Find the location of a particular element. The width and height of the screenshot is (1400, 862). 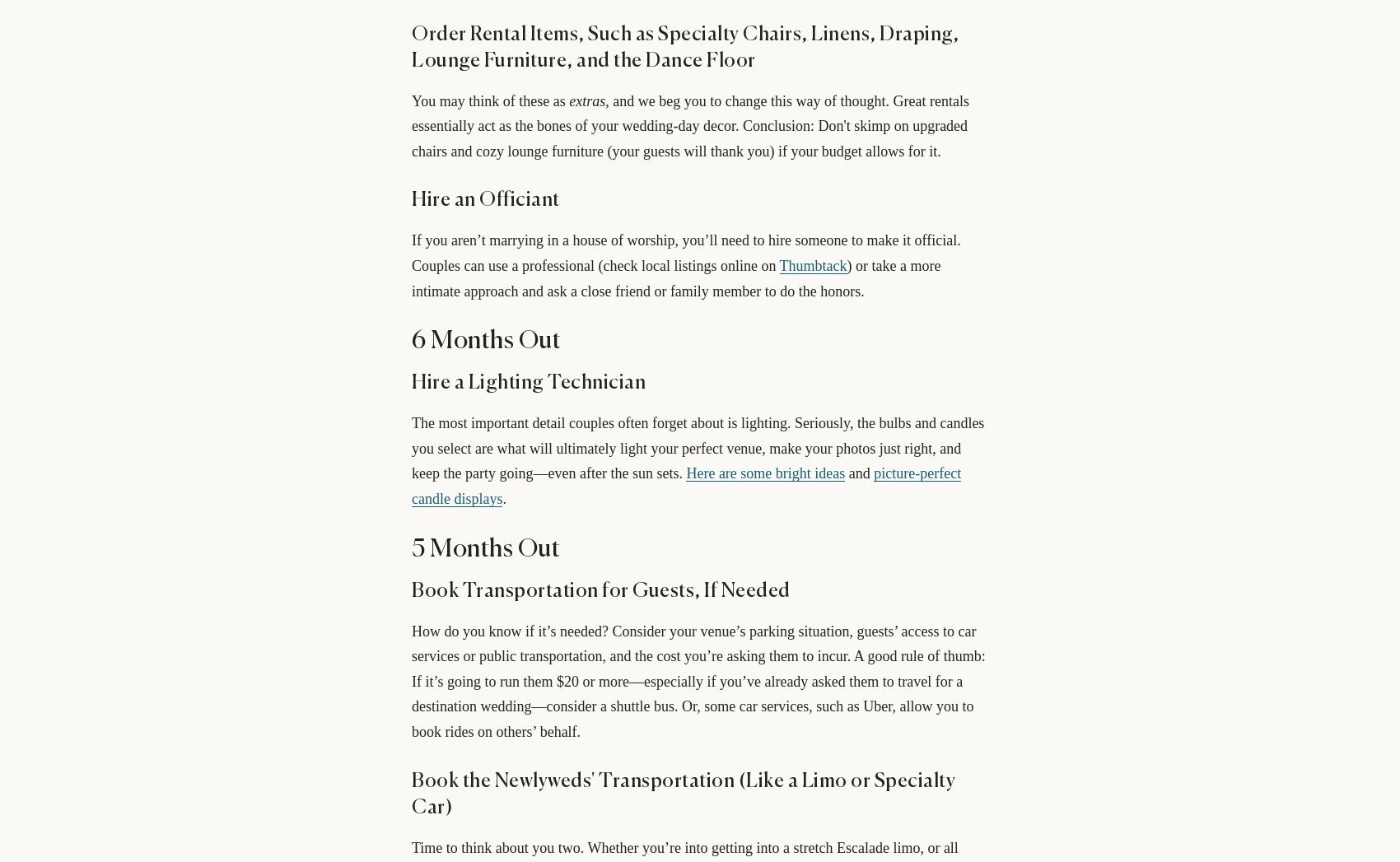

'picture-perfect candle displays' is located at coordinates (685, 485).